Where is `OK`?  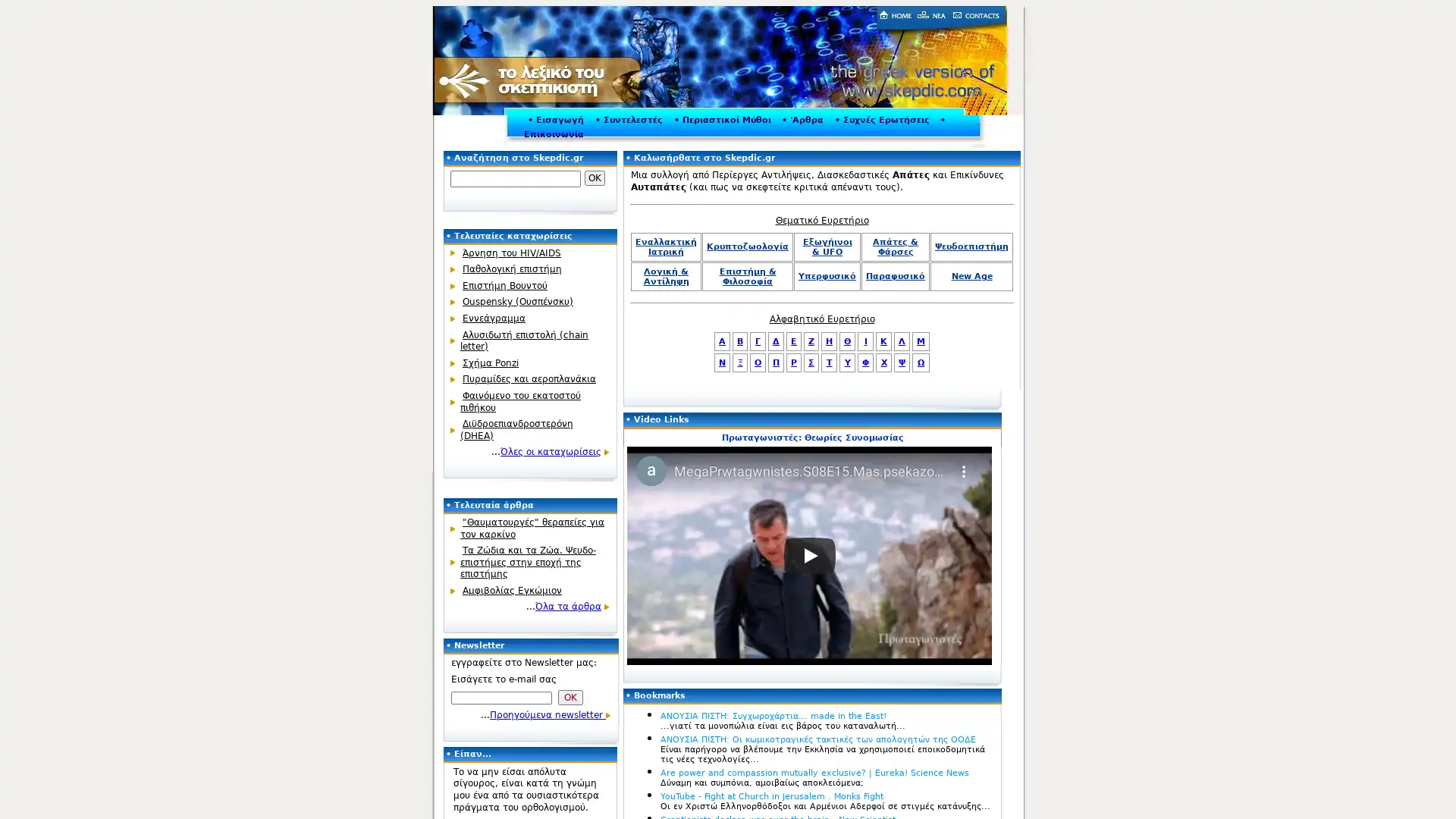 OK is located at coordinates (594, 177).